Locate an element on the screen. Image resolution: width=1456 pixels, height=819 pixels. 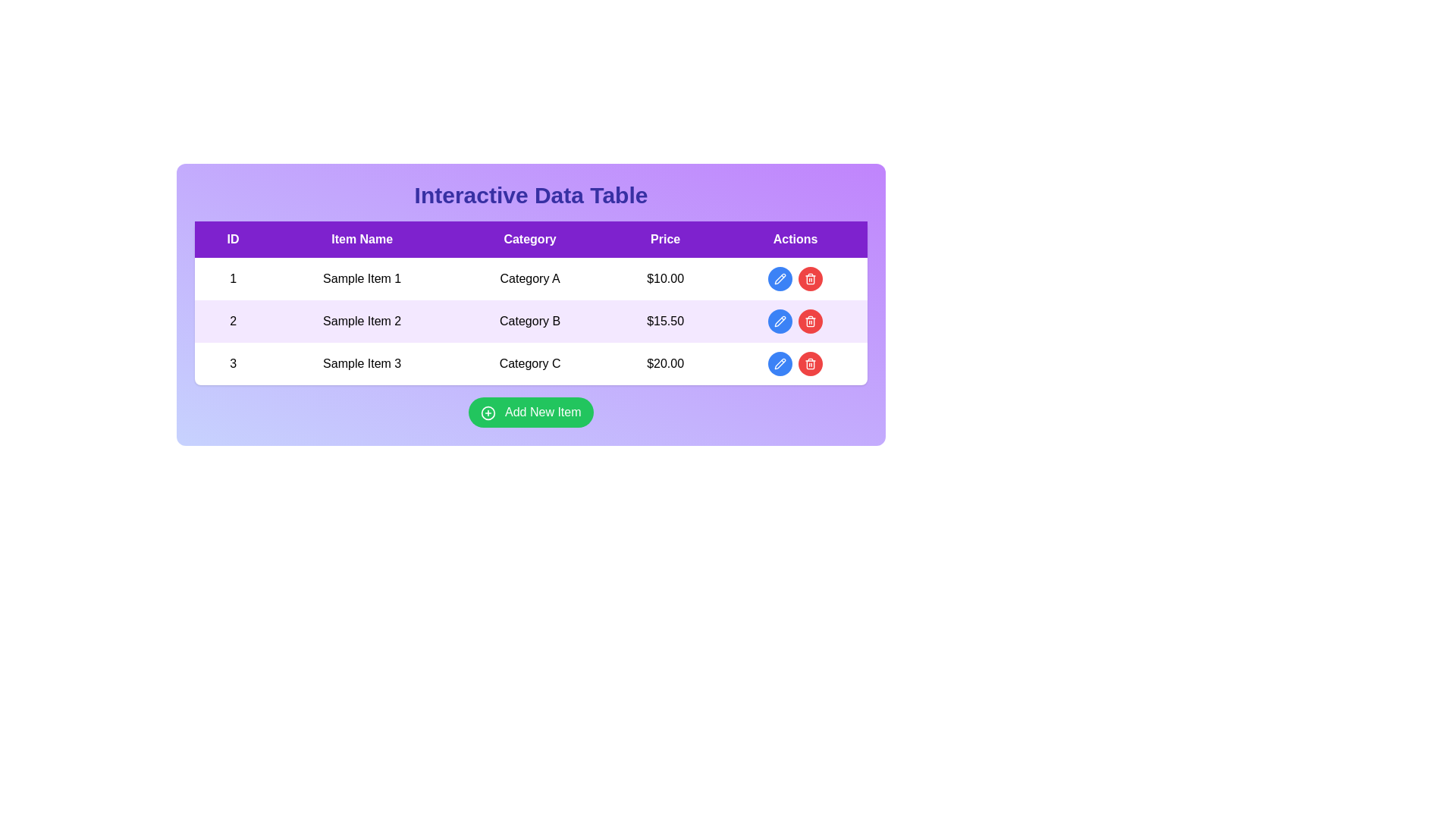
the 'Price' text label, which is the fourth column header in a table with a purple background and white bold text is located at coordinates (665, 239).